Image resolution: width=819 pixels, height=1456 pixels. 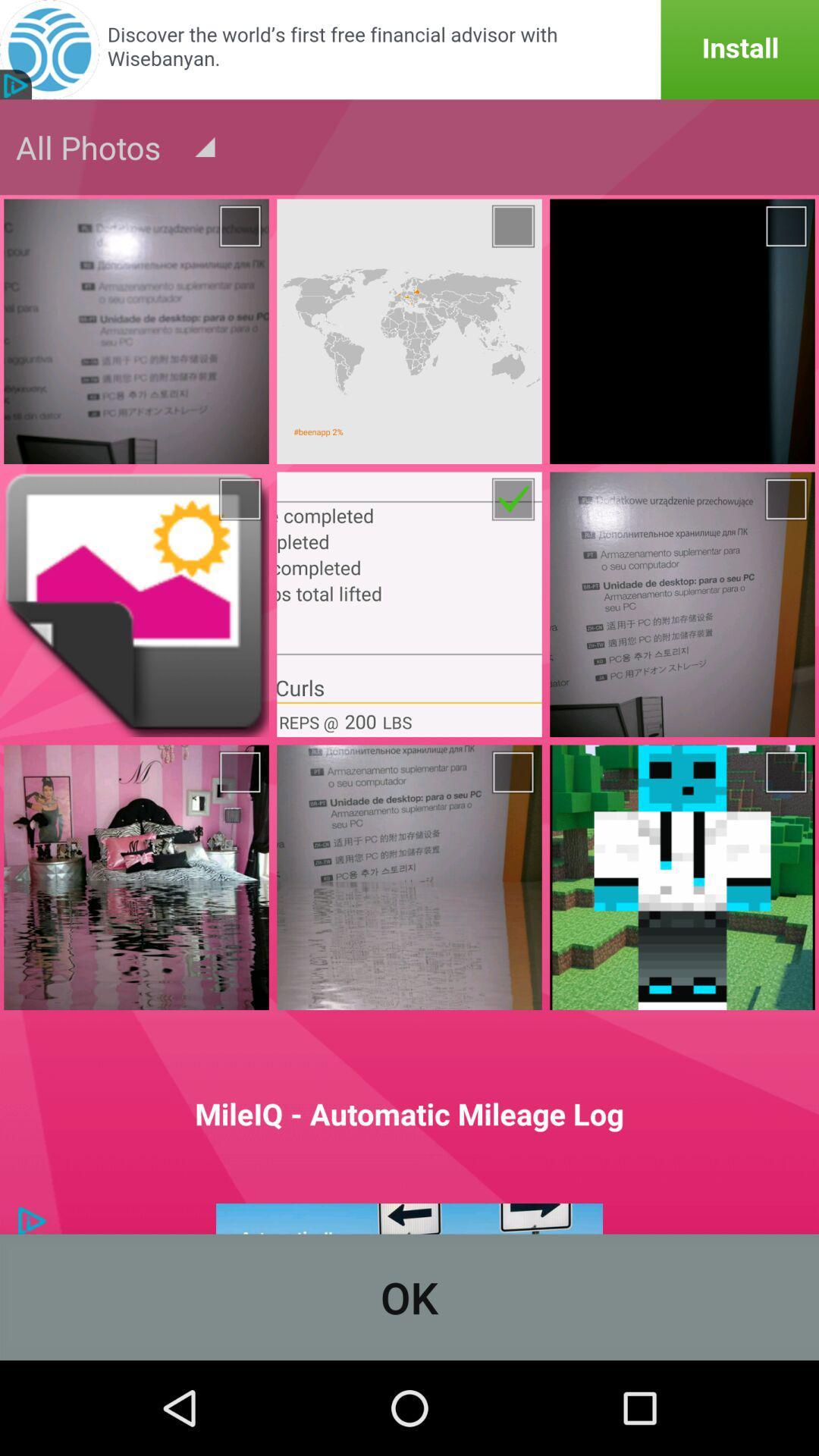 What do you see at coordinates (409, 49) in the screenshot?
I see `open advertisement` at bounding box center [409, 49].